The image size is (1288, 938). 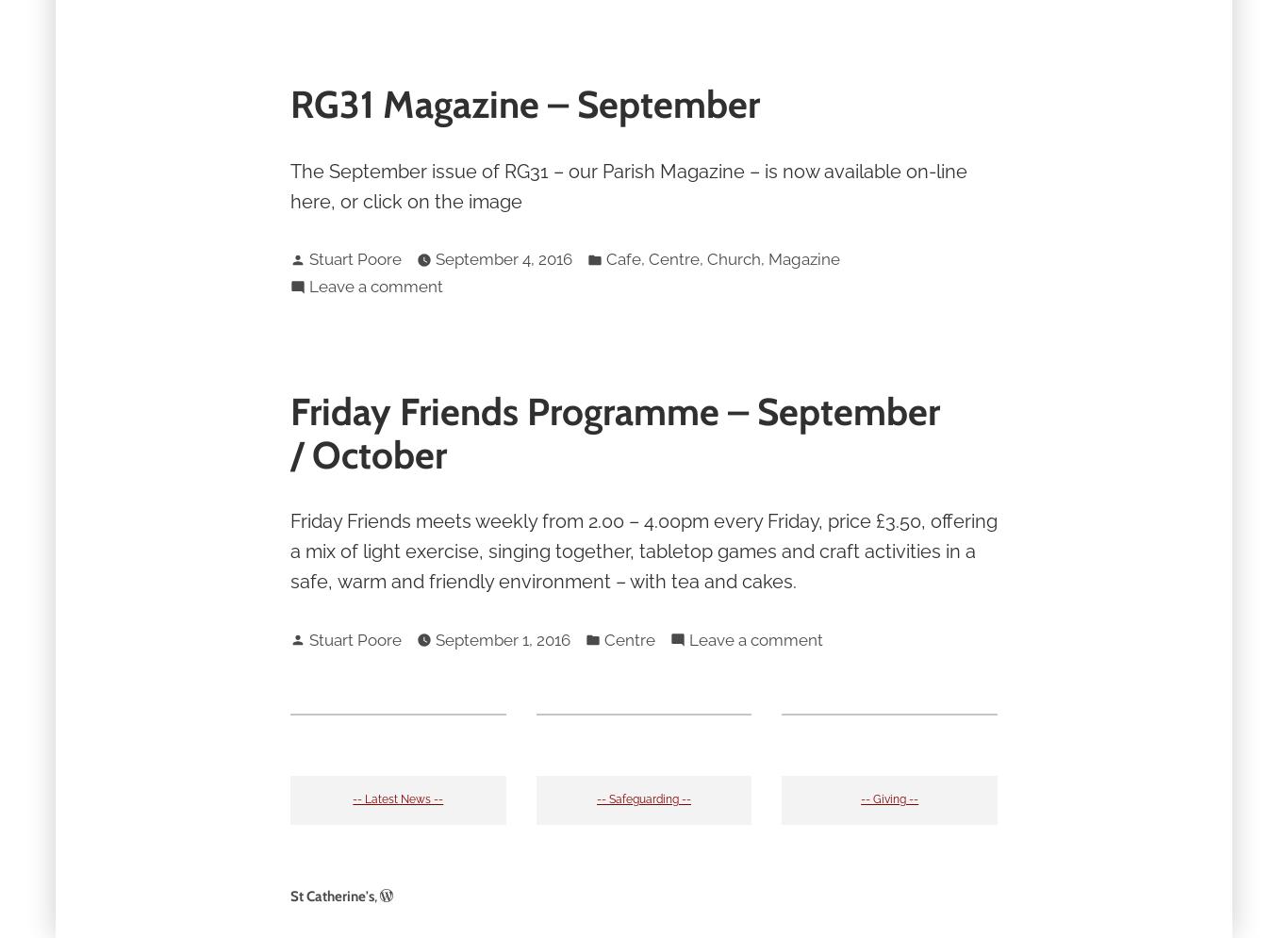 What do you see at coordinates (644, 549) in the screenshot?
I see `'Friday Friends meets weekly from 2.00 – 4.00pm every Friday, price £3.50, offering a mix of light exercise, singing together, tabletop games and craft activities in a safe, warm and friendly environment – with tea and cakes.'` at bounding box center [644, 549].